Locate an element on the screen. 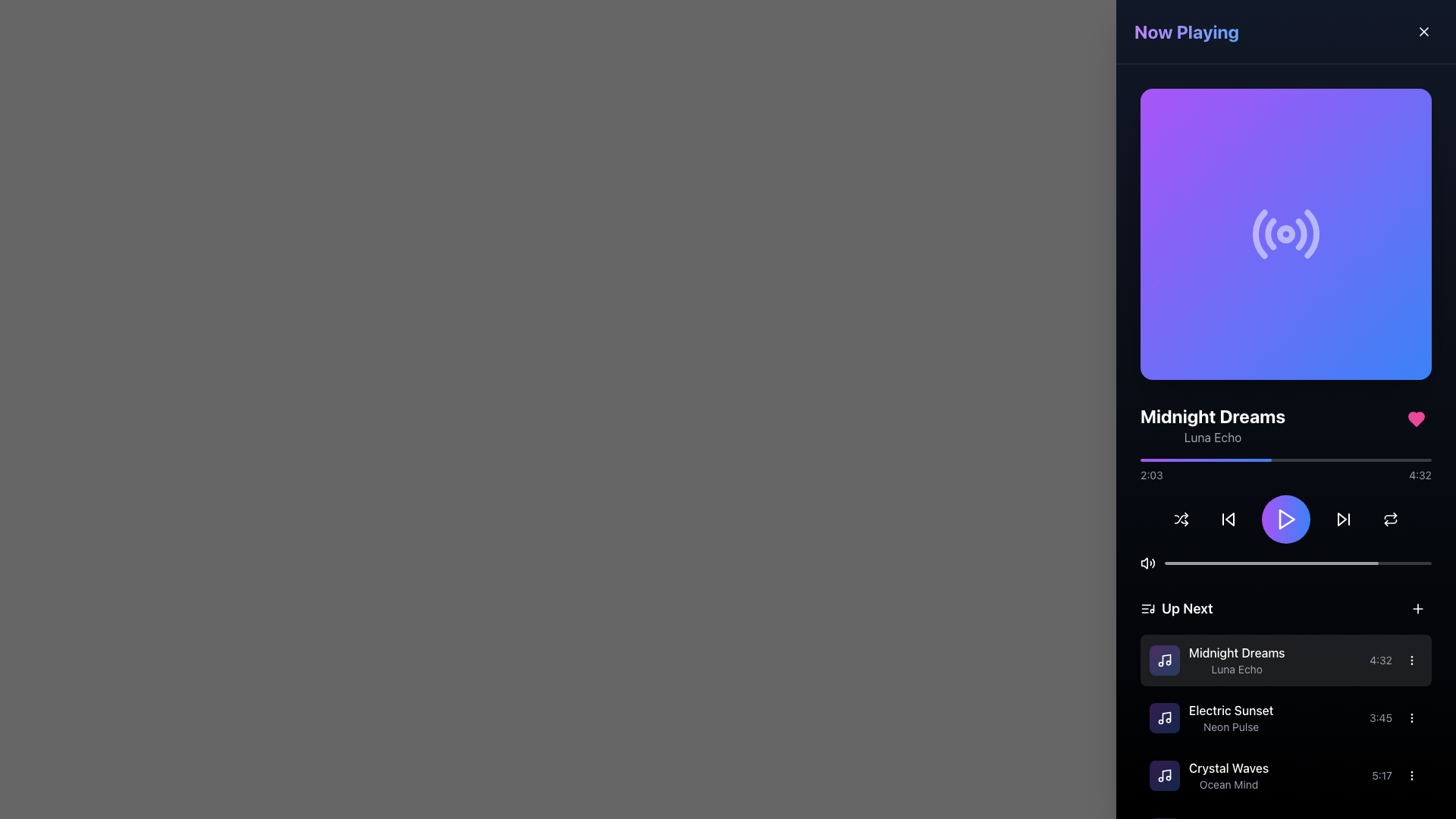 The image size is (1456, 819). the 'skip forward' or 'next track' button located in the bottom area of the right-hand control panel, which is the fifth button from the left in a row of media control buttons is located at coordinates (1343, 519).